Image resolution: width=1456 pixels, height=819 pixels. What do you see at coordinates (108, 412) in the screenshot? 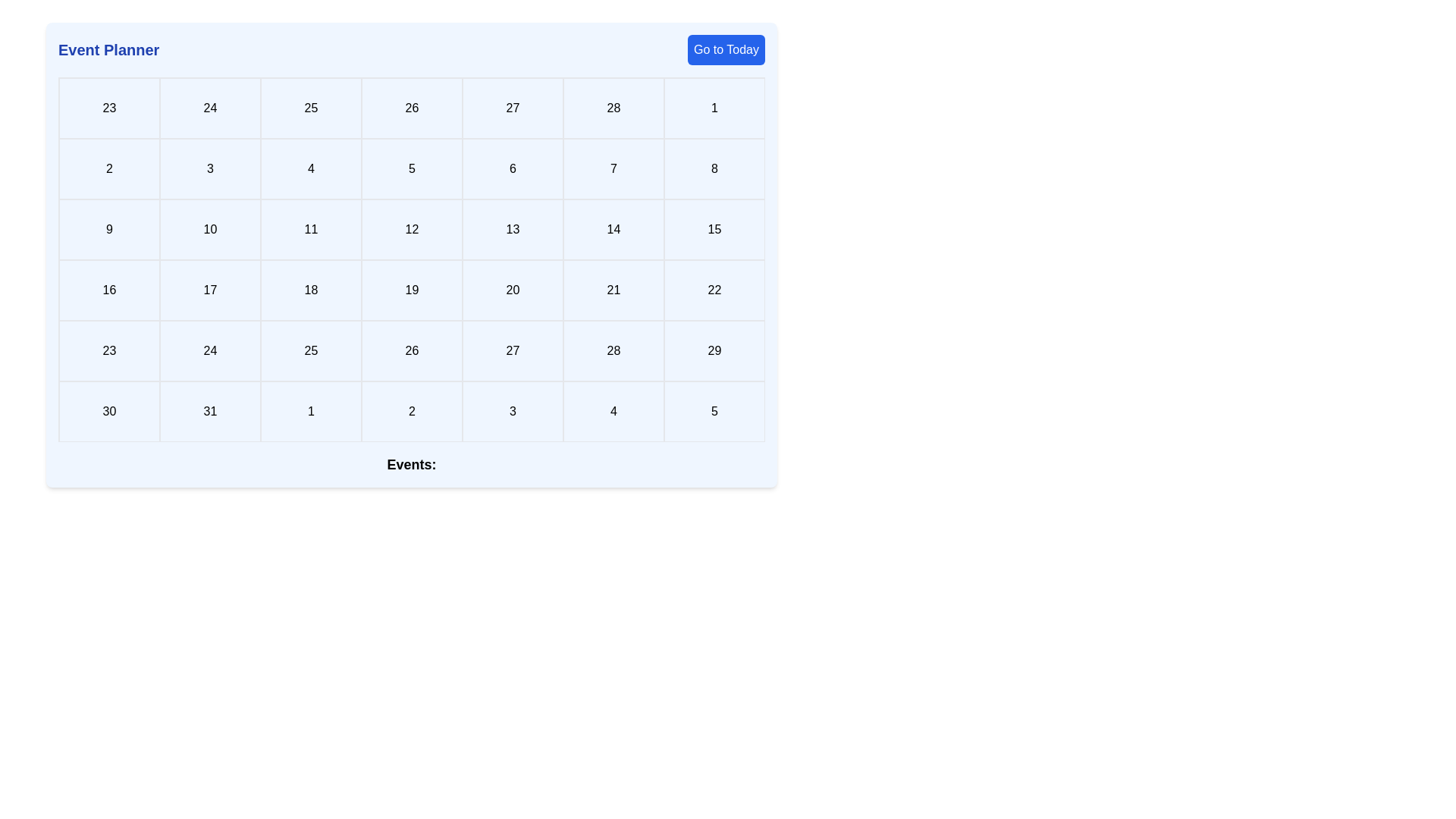
I see `the Text label displaying the date in the last row, first column of the calendar grid` at bounding box center [108, 412].